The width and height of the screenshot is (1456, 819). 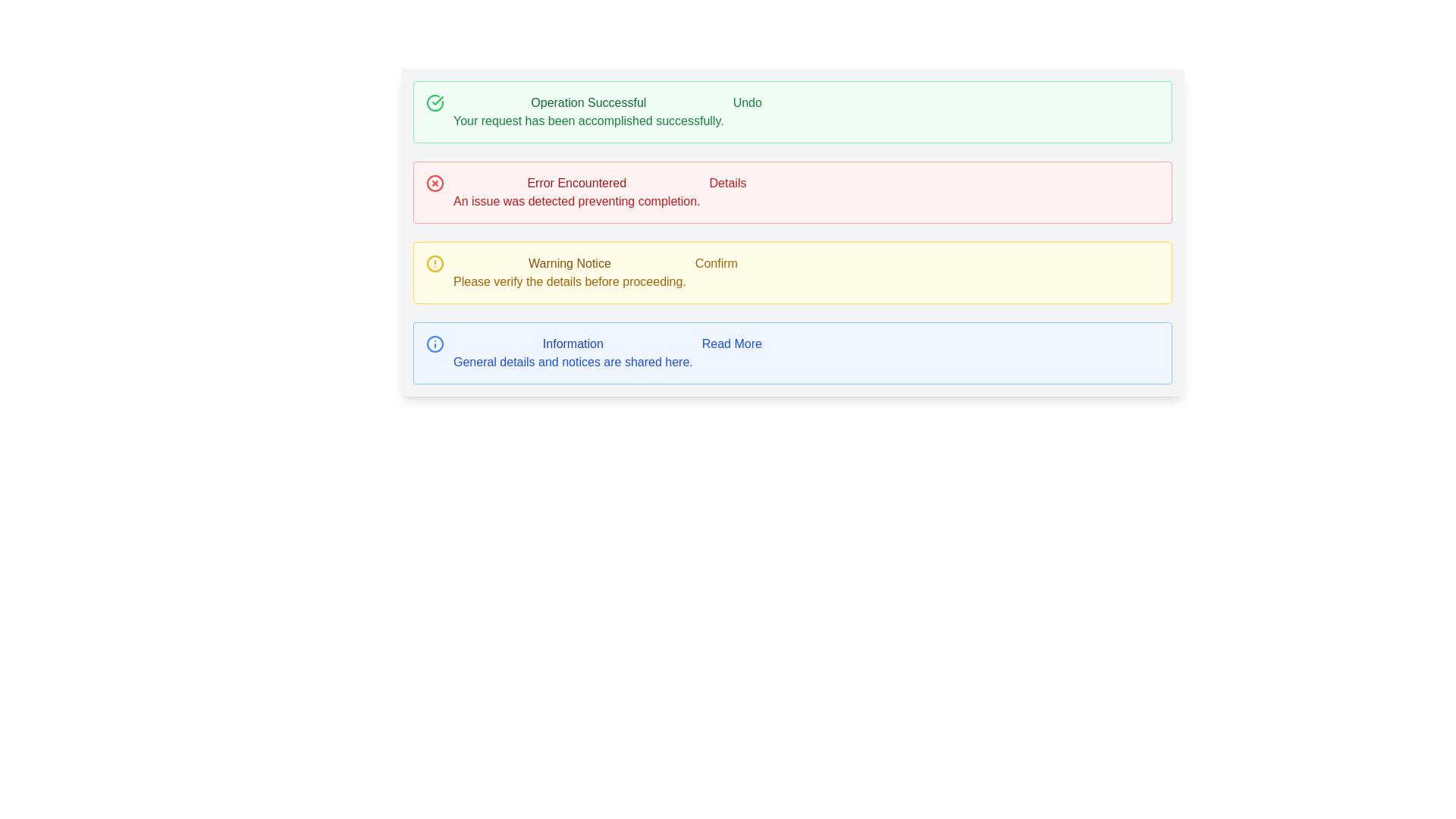 What do you see at coordinates (569, 262) in the screenshot?
I see `the 'Warning Notice' text label displayed in a medium-sized font with a yellow-brown color, located at the top of the yellow notification card` at bounding box center [569, 262].